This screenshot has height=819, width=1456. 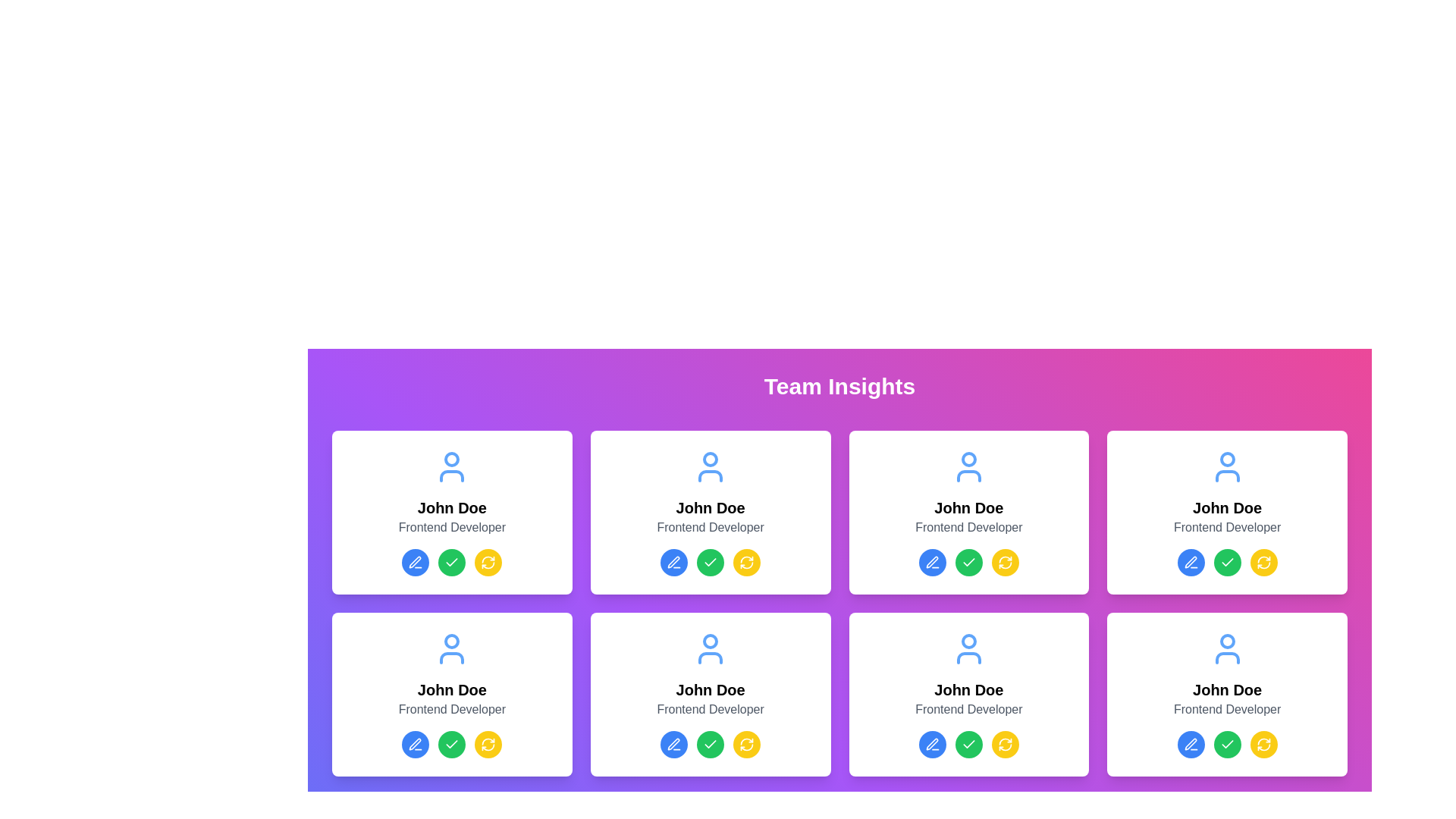 I want to click on the user avatar icon located in the card labeled 'John Doe' and 'Frontend Developer' within the 'Team Insights' section, so click(x=968, y=648).